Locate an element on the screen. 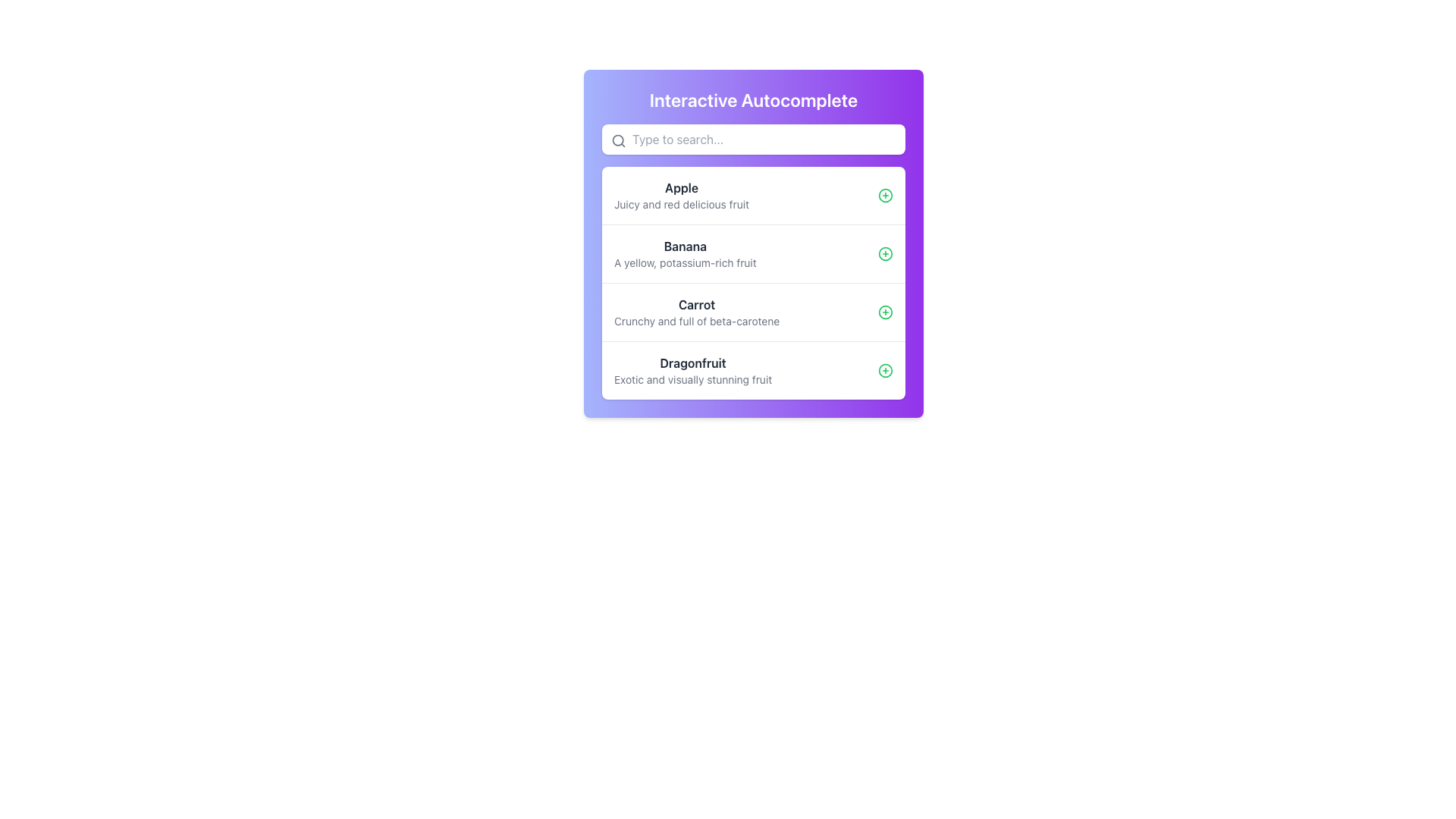 This screenshot has height=819, width=1456. to select the list item displaying 'Carrot' with the description 'Crunchy and full of beta-carotene' is located at coordinates (696, 312).